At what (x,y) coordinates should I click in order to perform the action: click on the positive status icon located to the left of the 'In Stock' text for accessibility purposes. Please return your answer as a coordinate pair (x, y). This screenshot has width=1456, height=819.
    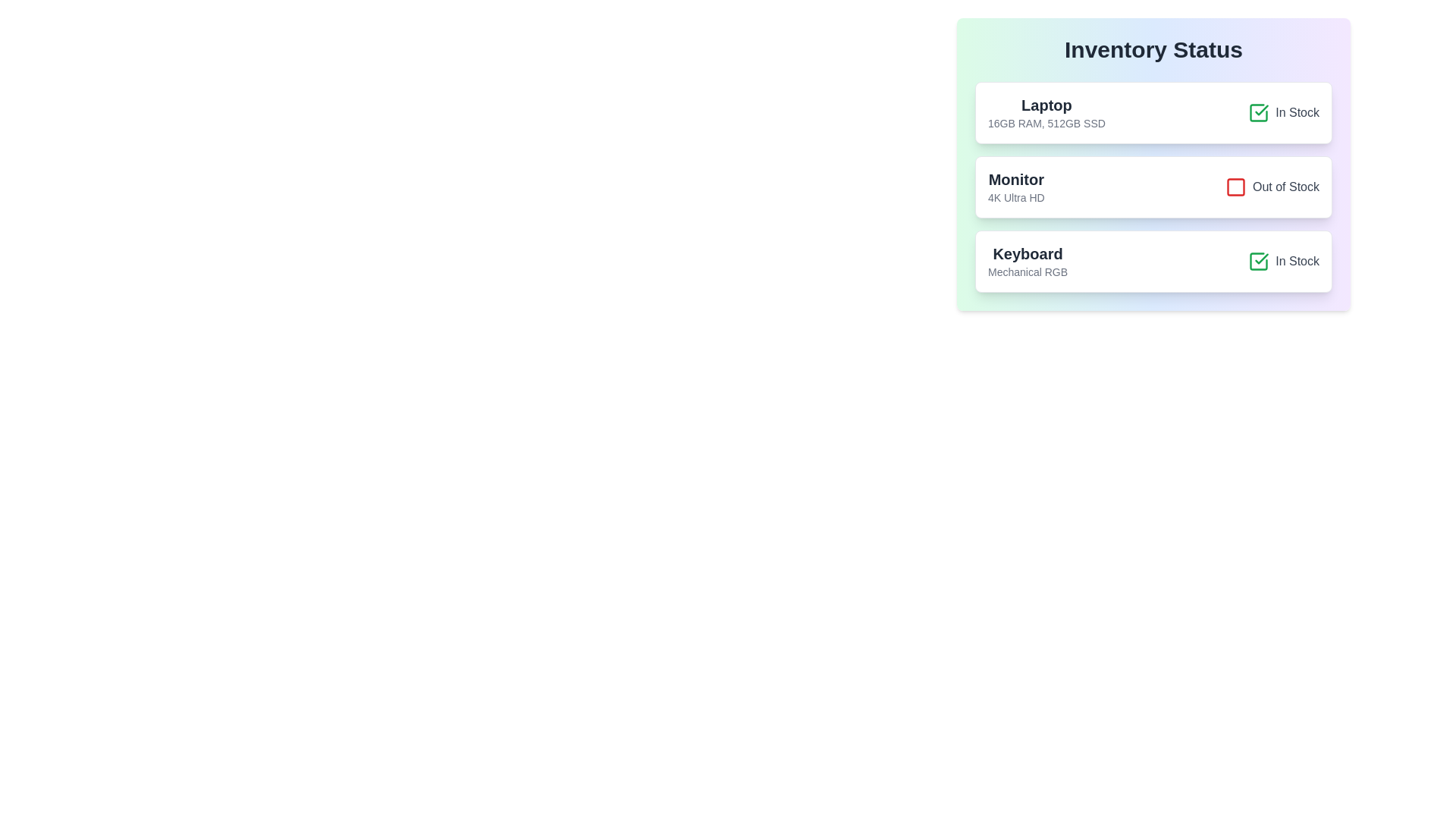
    Looking at the image, I should click on (1259, 260).